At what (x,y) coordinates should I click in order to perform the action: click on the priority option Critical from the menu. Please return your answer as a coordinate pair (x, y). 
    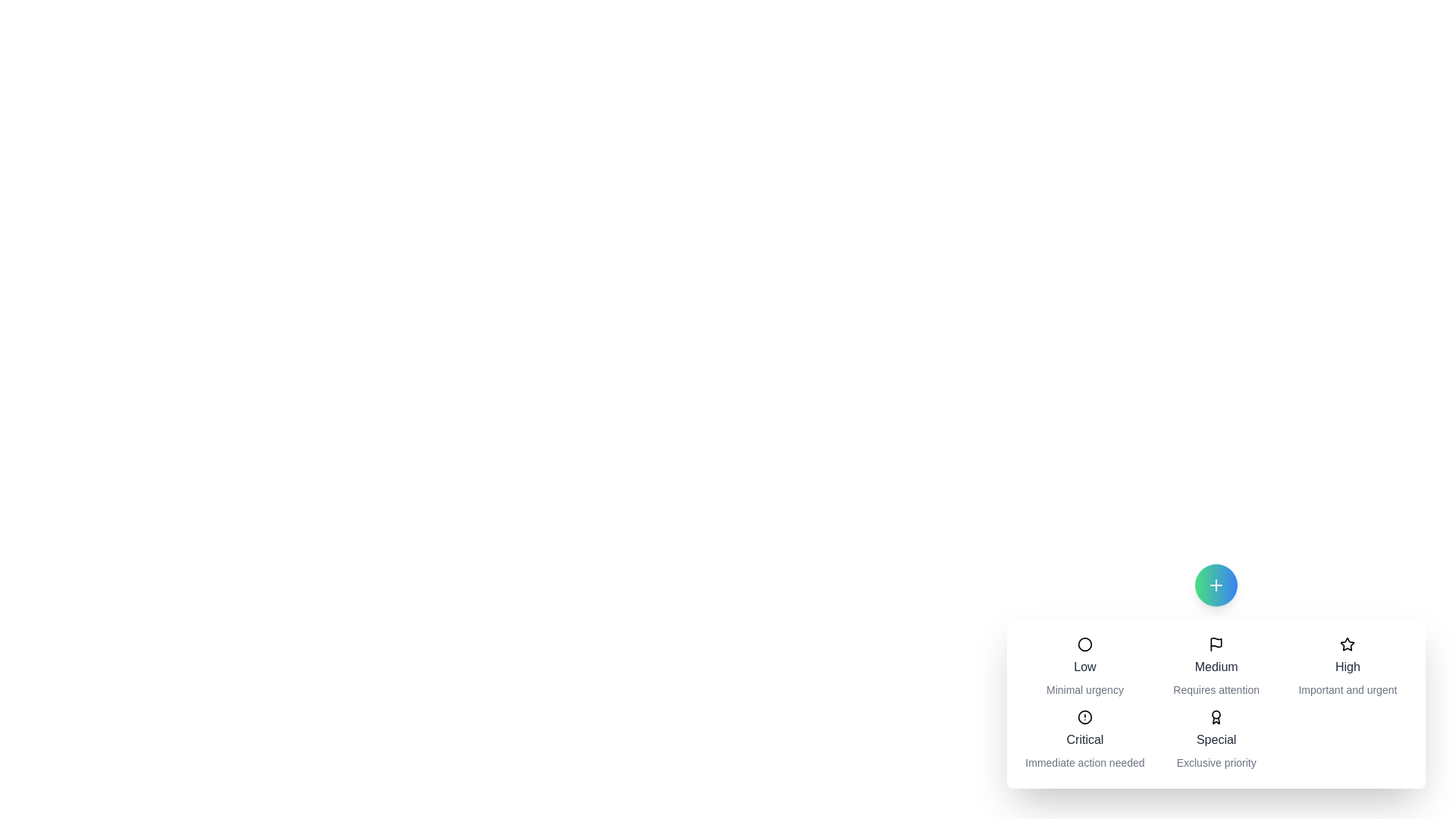
    Looking at the image, I should click on (1084, 739).